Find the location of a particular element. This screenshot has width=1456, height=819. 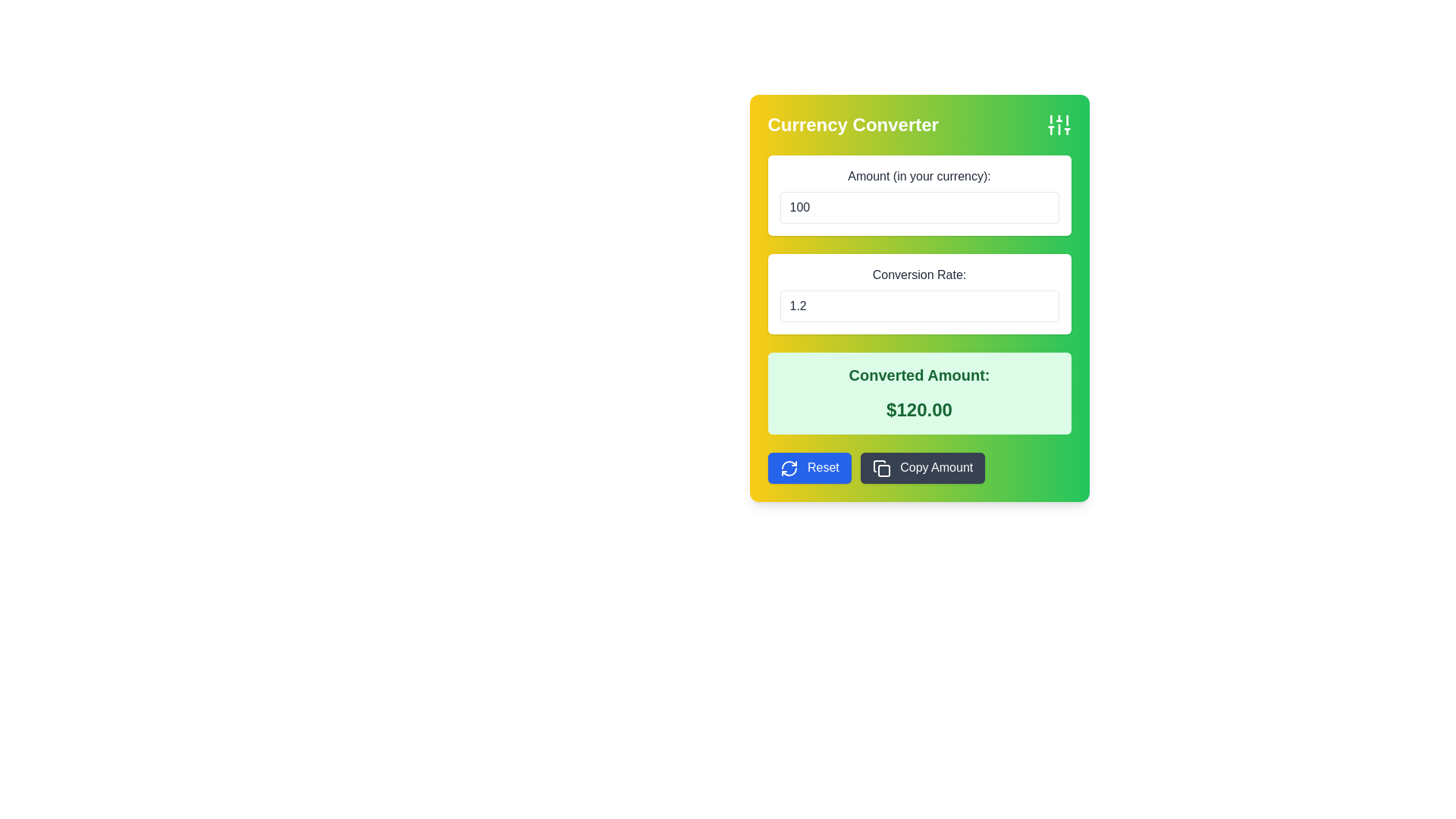

the input box displaying '1.2' for the conversion rate is located at coordinates (918, 294).